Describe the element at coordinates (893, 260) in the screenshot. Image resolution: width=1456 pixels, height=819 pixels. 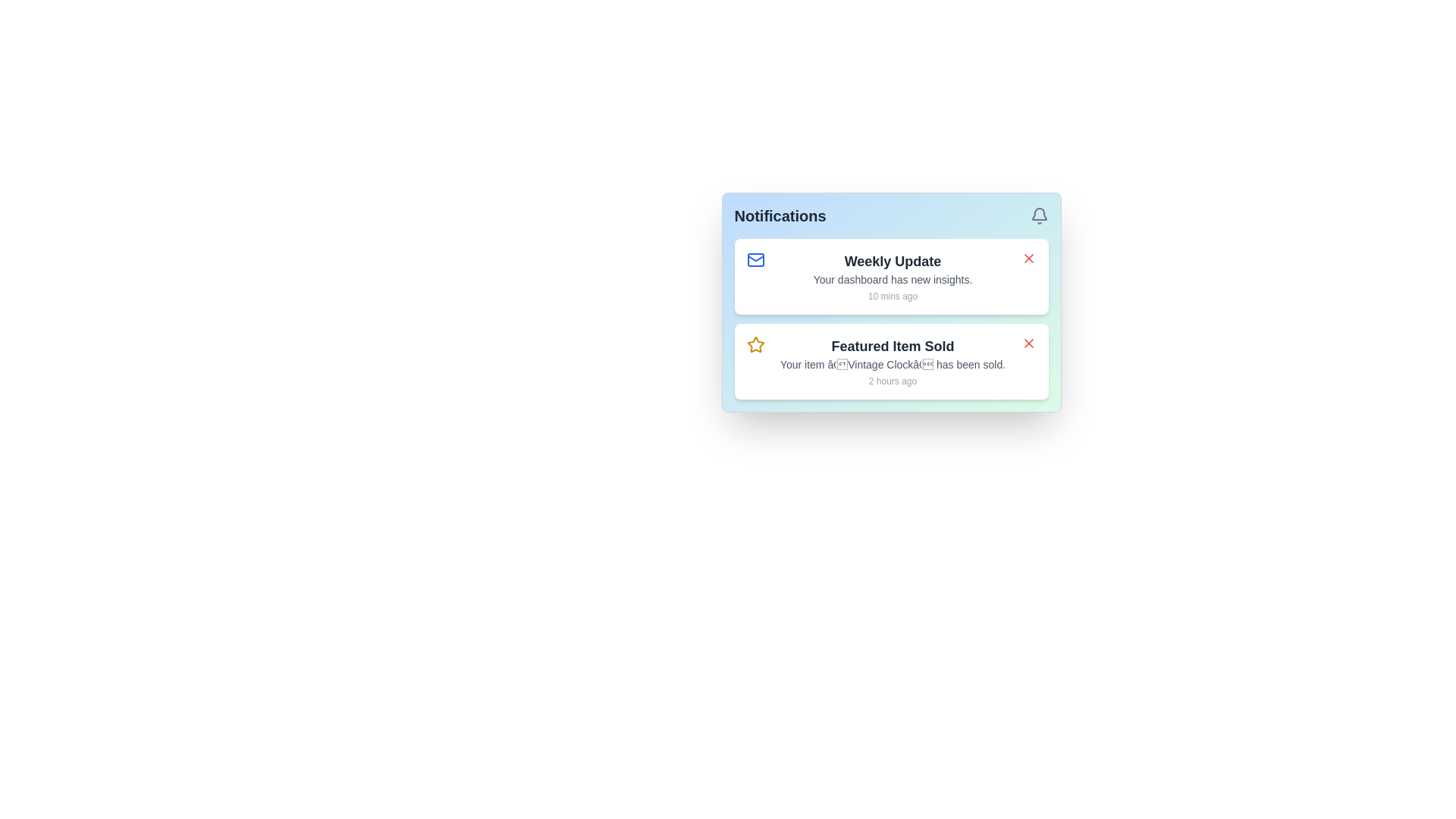
I see `text content of the title 'Weekly Update' displayed in bold at the top of the first notification card` at that location.